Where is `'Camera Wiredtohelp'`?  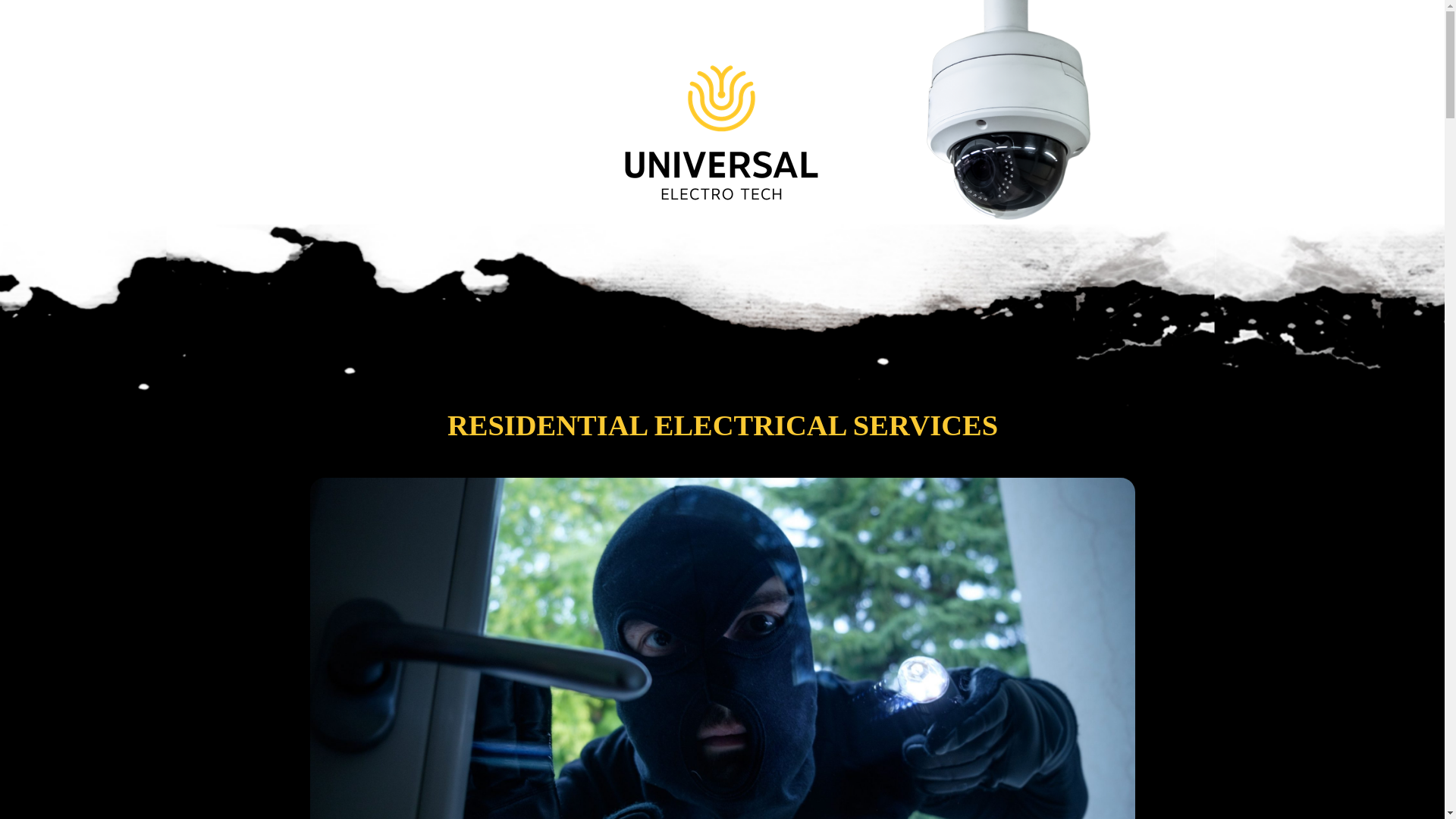 'Camera Wiredtohelp' is located at coordinates (1015, 110).